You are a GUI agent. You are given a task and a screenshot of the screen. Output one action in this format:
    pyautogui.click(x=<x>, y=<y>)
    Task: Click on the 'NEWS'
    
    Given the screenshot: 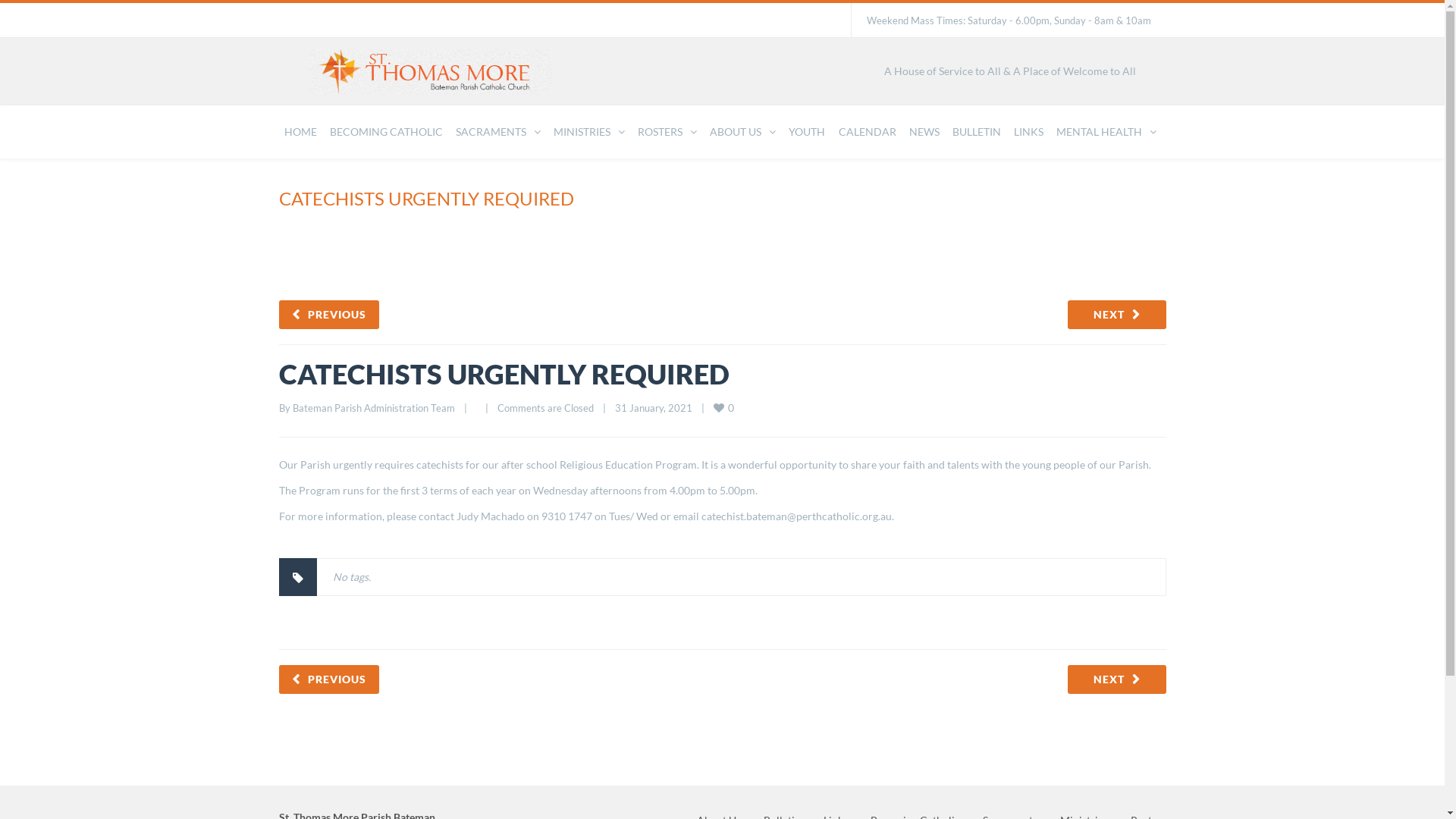 What is the action you would take?
    pyautogui.click(x=924, y=130)
    